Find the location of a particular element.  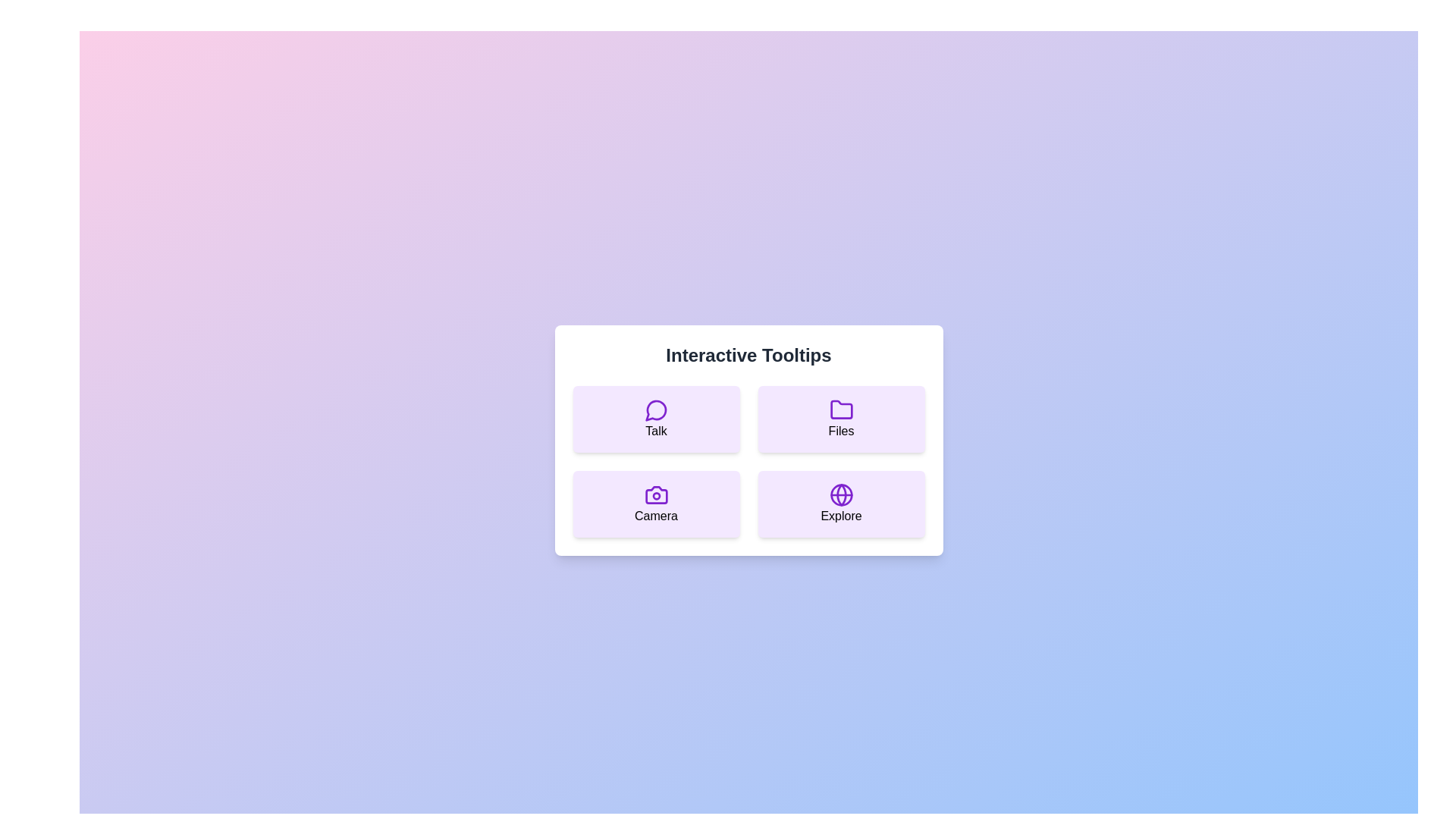

the 'Camera' icon located in the bottom-left quadrant of the grid is located at coordinates (656, 494).